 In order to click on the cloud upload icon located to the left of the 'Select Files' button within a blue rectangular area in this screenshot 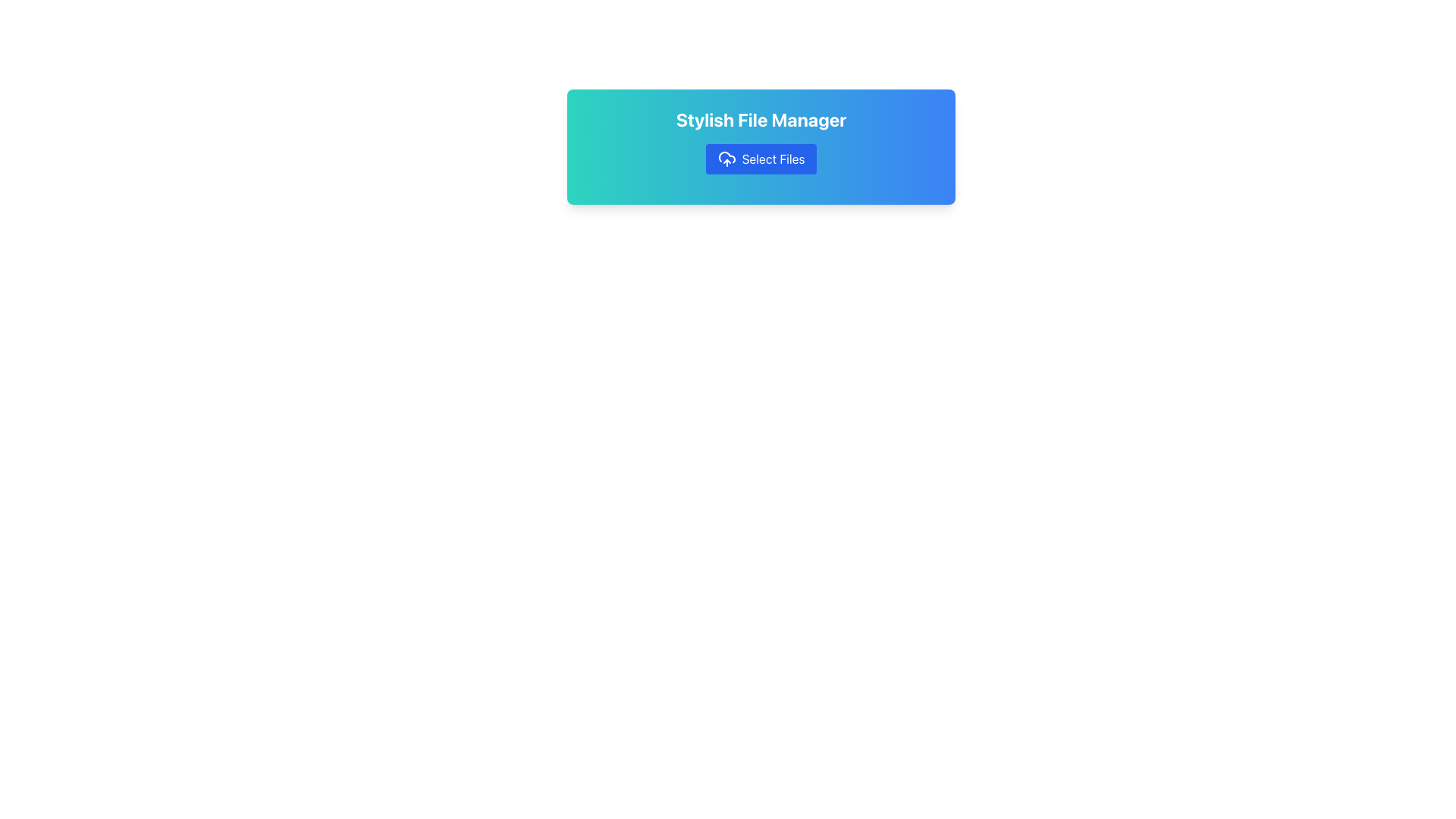, I will do `click(726, 158)`.